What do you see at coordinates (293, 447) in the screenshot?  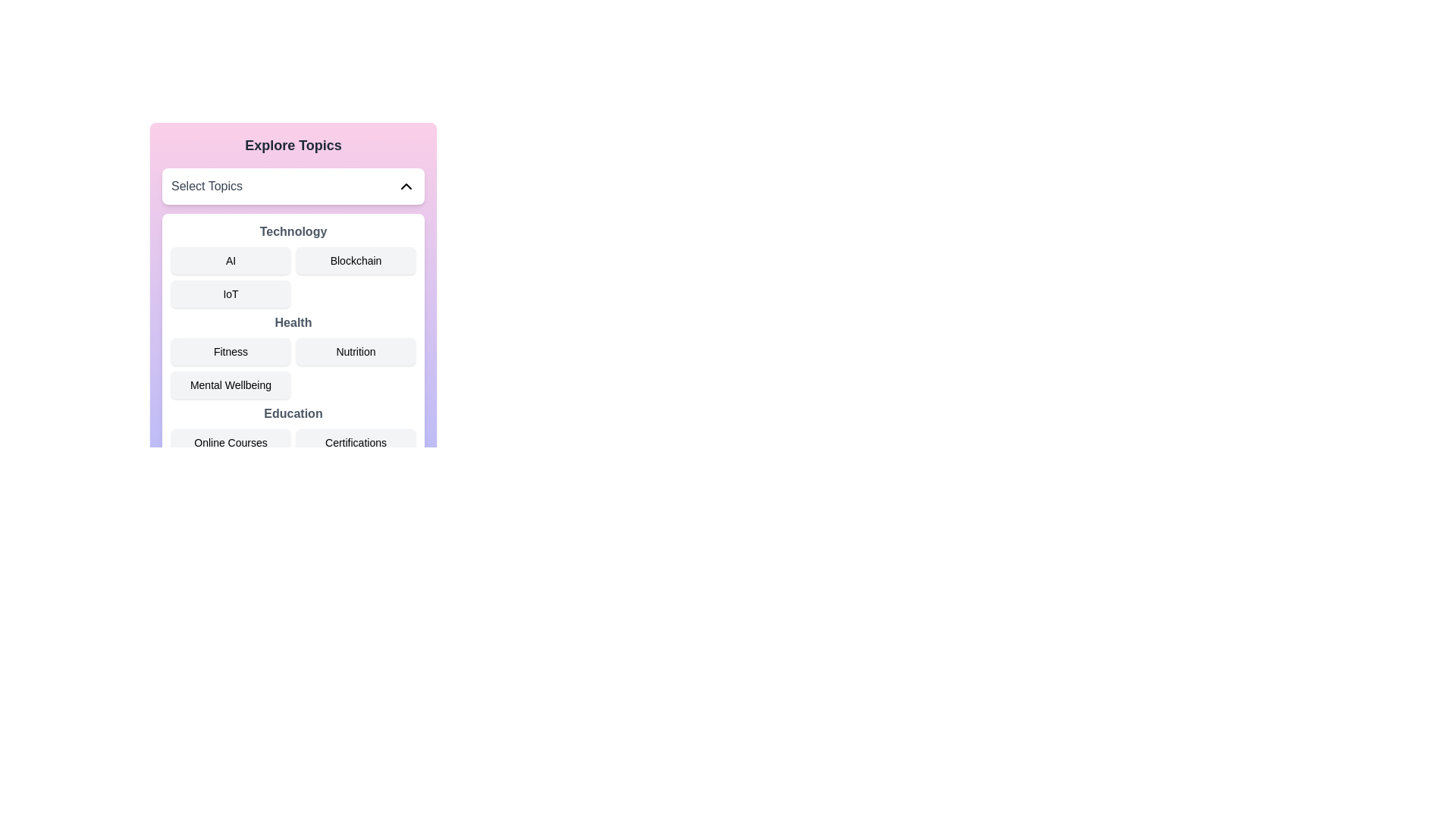 I see `the 'Education' section which contains three buttons labeled 'Online Courses', 'Certifications', and 'Workshops'` at bounding box center [293, 447].